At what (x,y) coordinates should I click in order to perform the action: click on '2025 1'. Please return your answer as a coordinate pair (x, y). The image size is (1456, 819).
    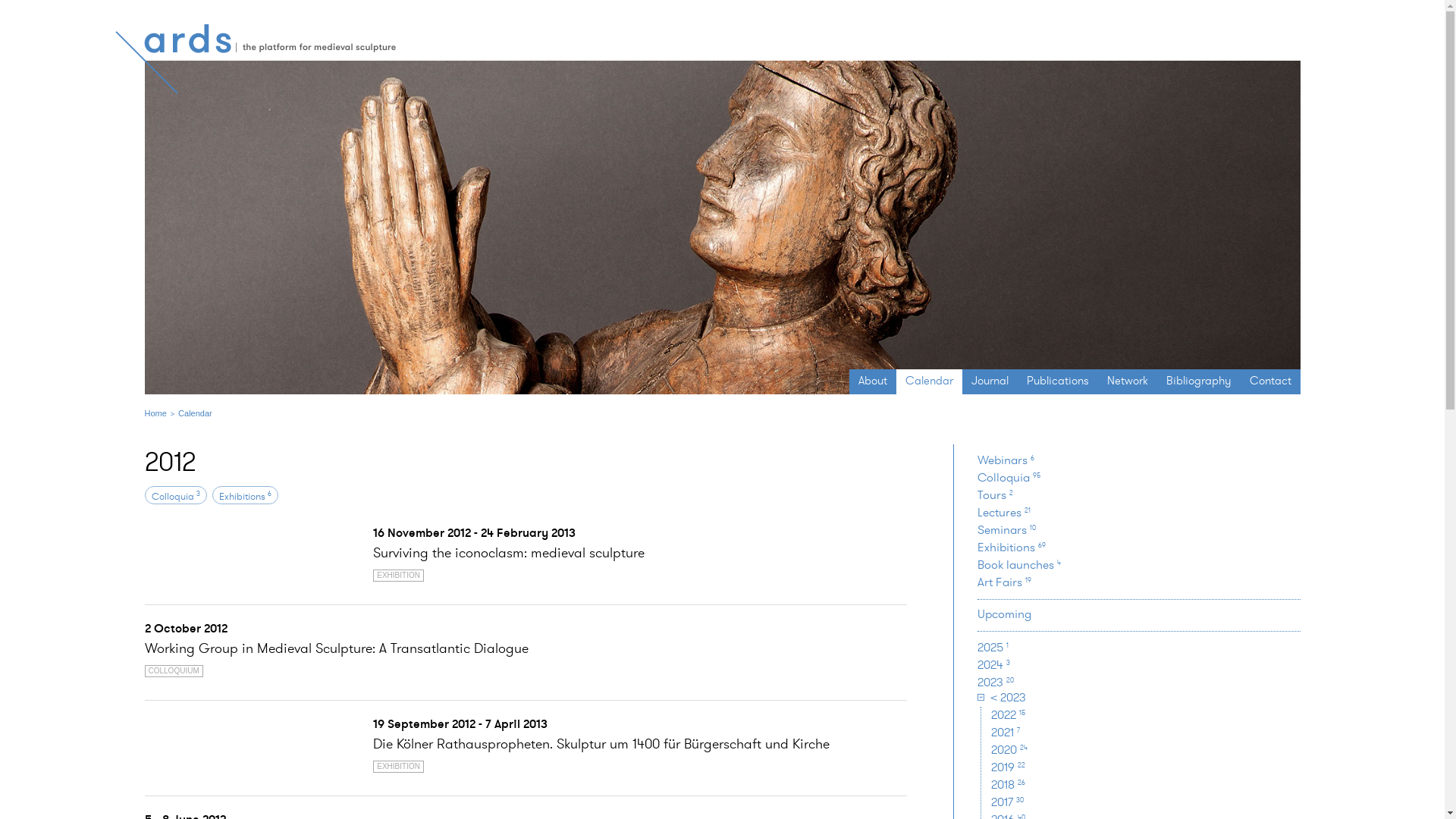
    Looking at the image, I should click on (993, 647).